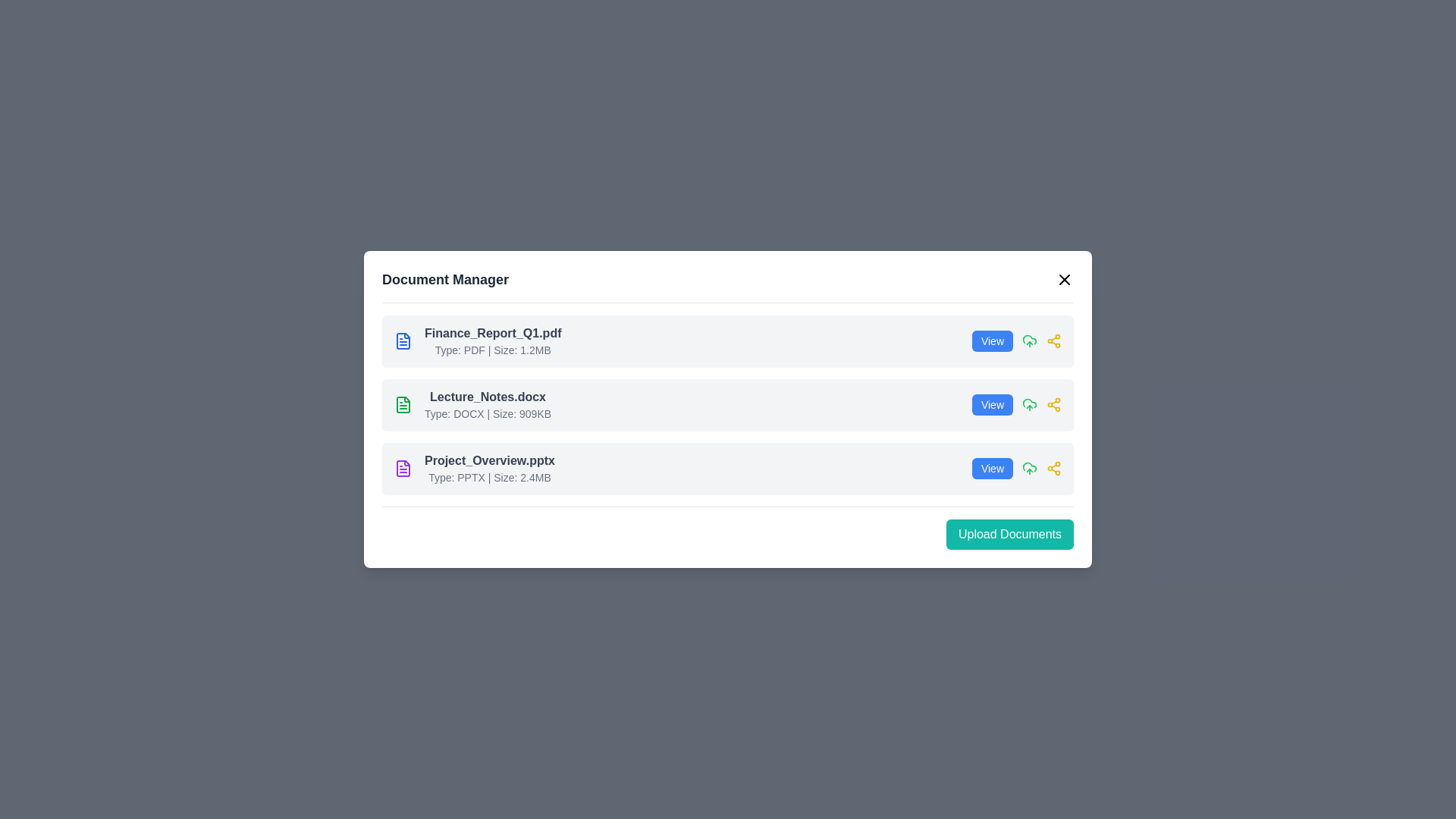  What do you see at coordinates (403, 403) in the screenshot?
I see `the document file icon representing 'Lecture_Notes.docx', which is located to the left of the text in the second row of the document list interface` at bounding box center [403, 403].